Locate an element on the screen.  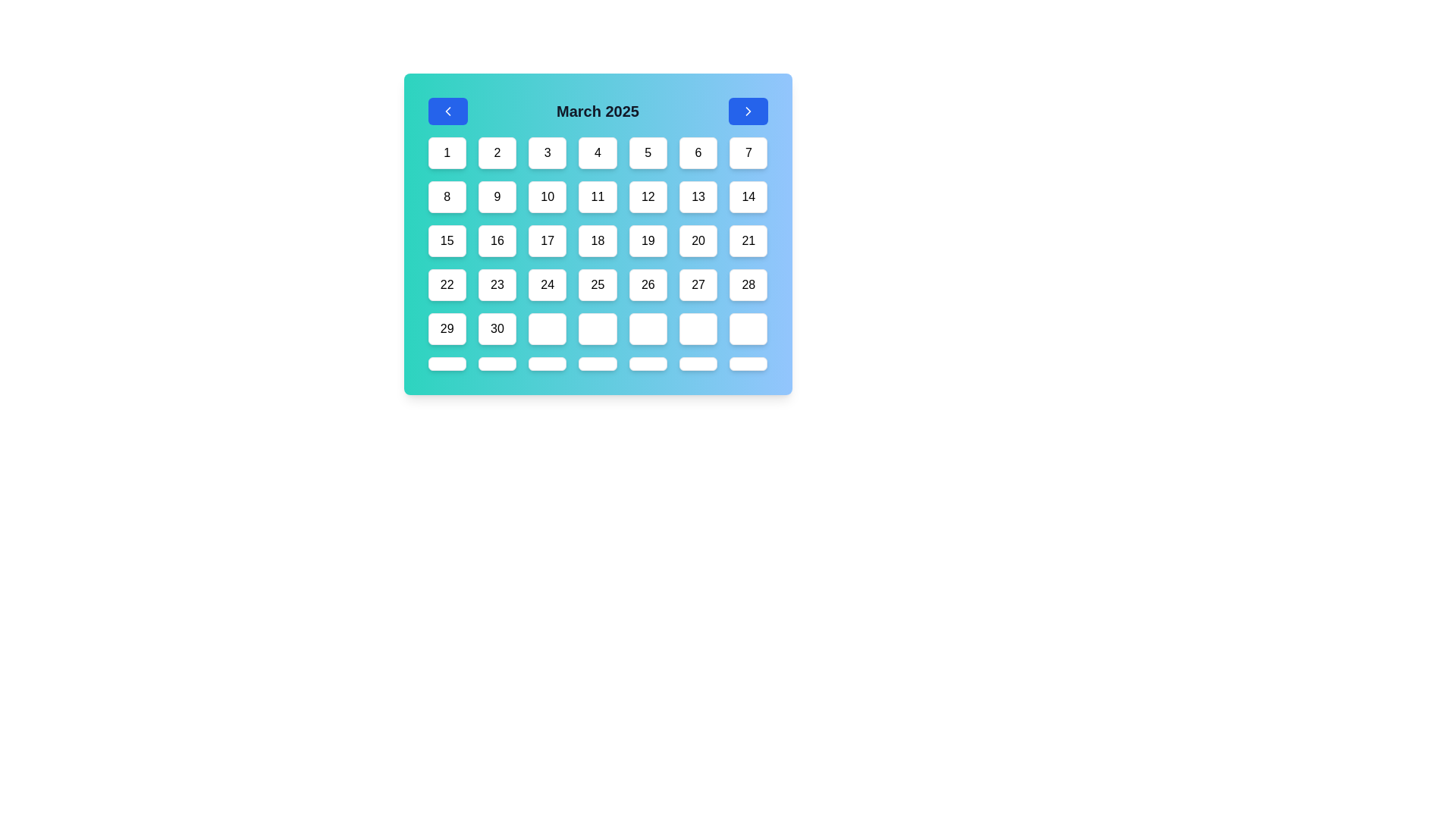
the button representing the 26th day of March 2025 in the calendar grid layout, located in the fifth row and fourth column is located at coordinates (648, 284).